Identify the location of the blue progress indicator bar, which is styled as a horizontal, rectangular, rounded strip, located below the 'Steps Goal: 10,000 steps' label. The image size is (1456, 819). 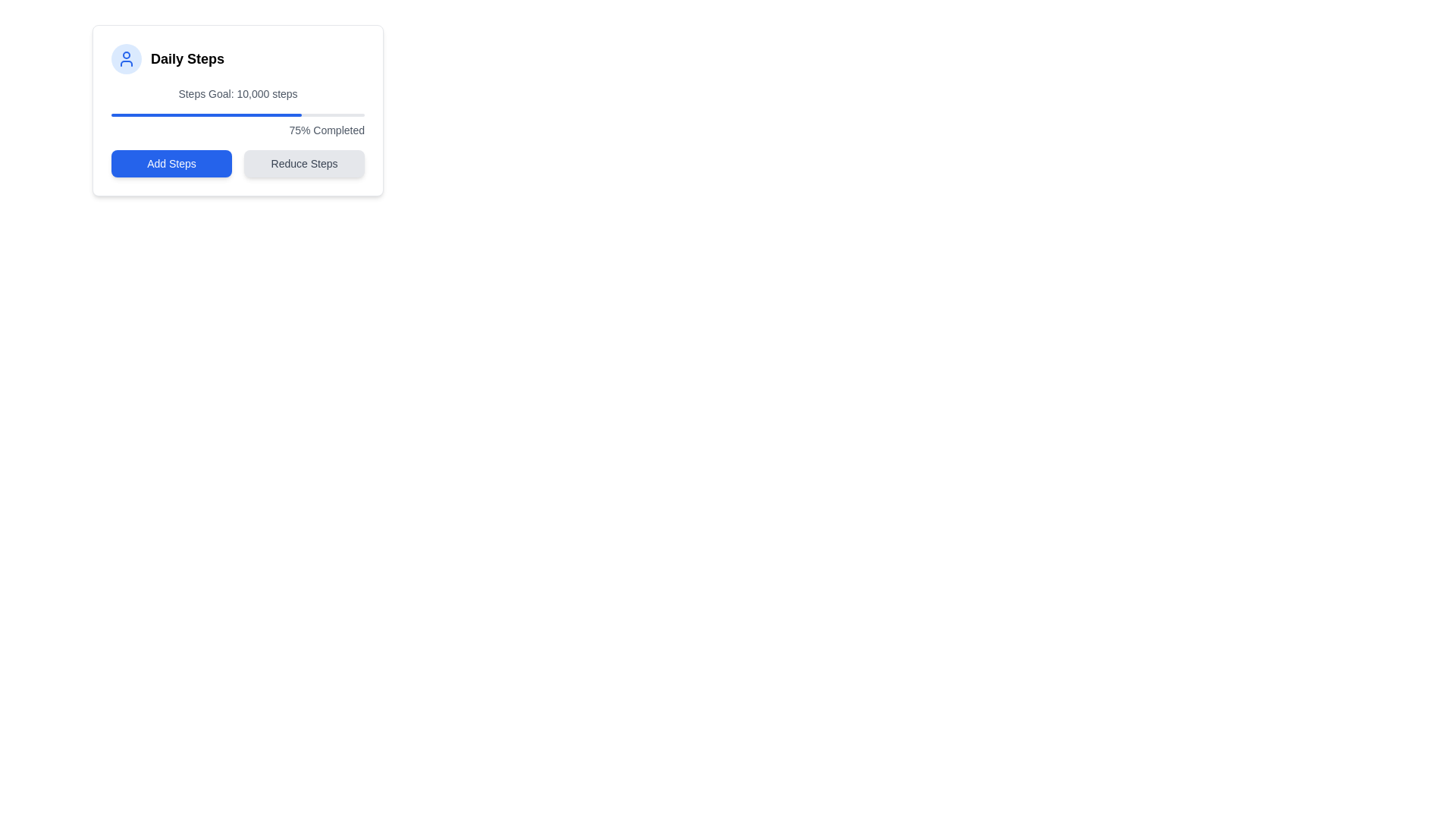
(206, 114).